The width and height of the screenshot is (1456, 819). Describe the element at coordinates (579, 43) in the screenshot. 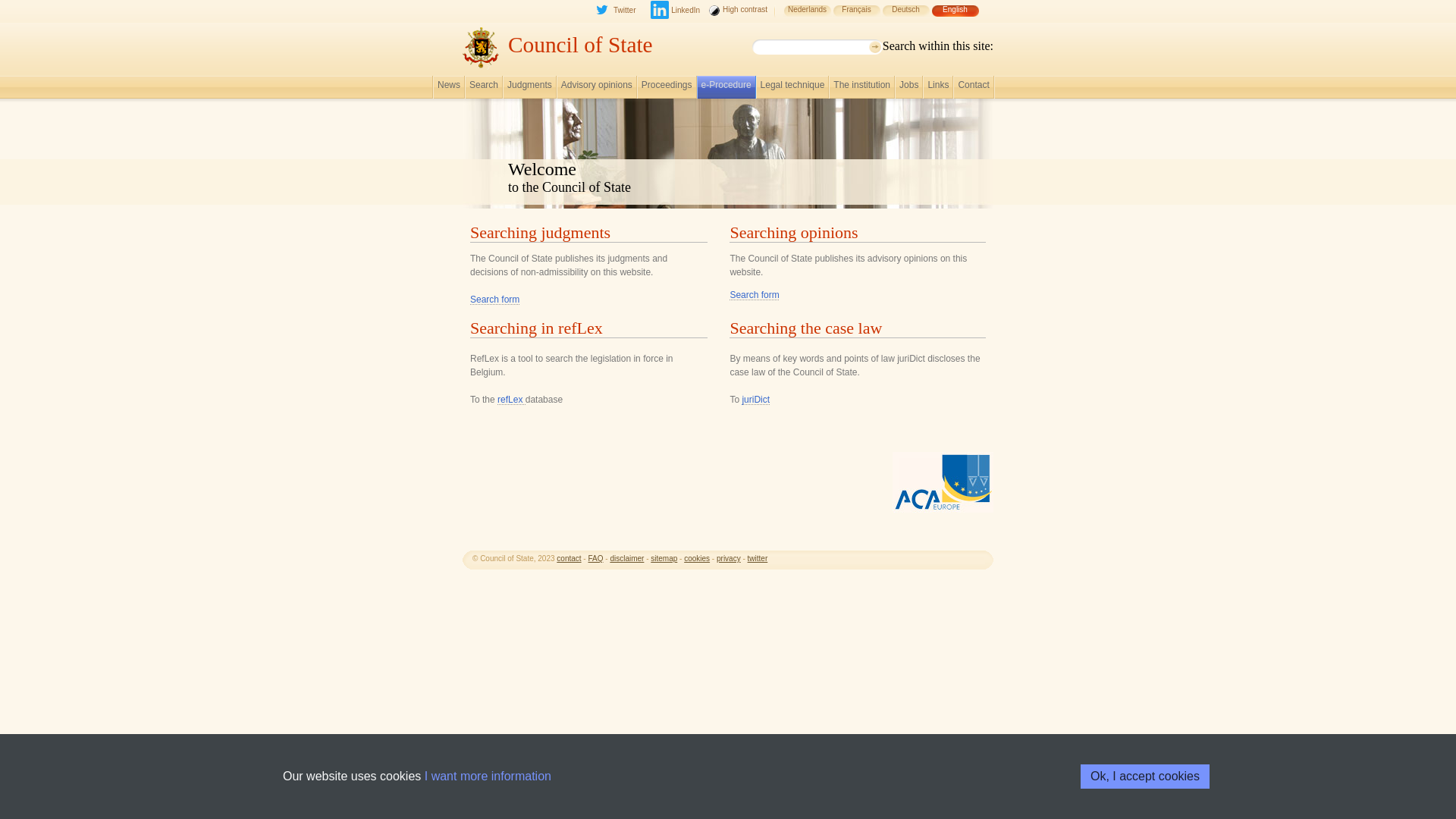

I see `'Council of State'` at that location.